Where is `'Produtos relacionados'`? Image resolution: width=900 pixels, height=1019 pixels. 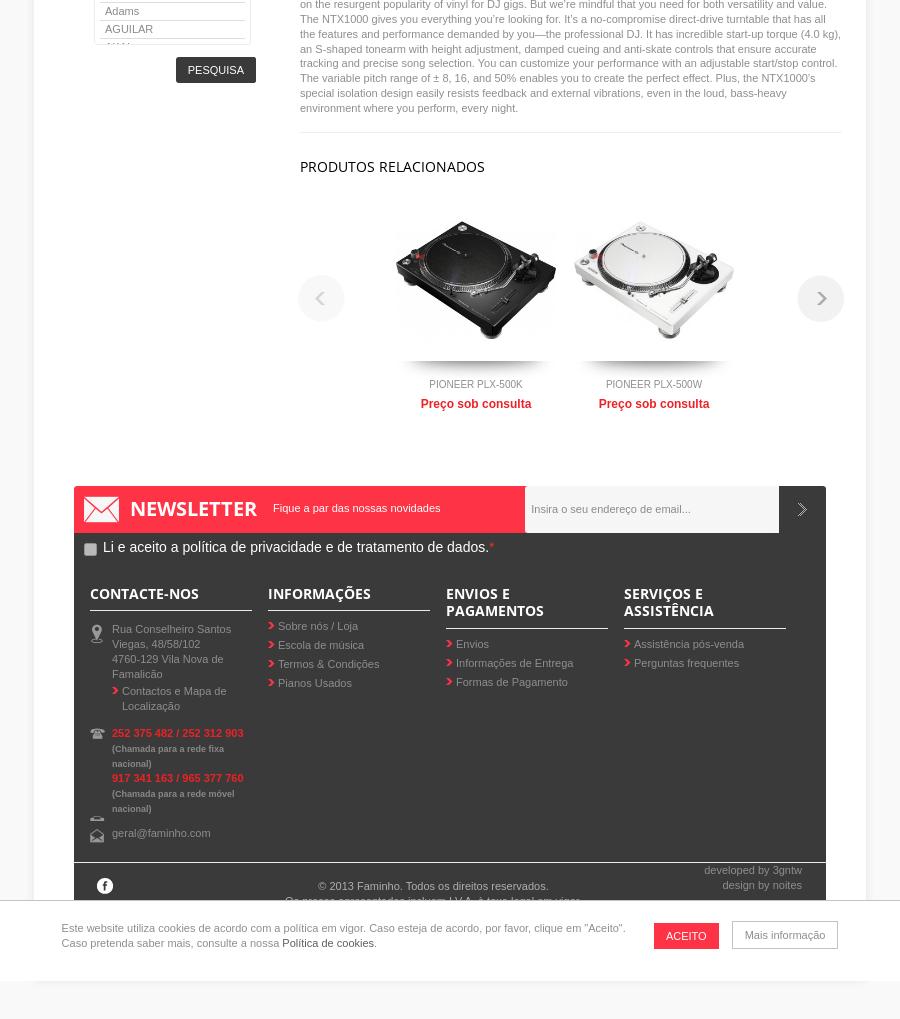
'Produtos relacionados' is located at coordinates (298, 165).